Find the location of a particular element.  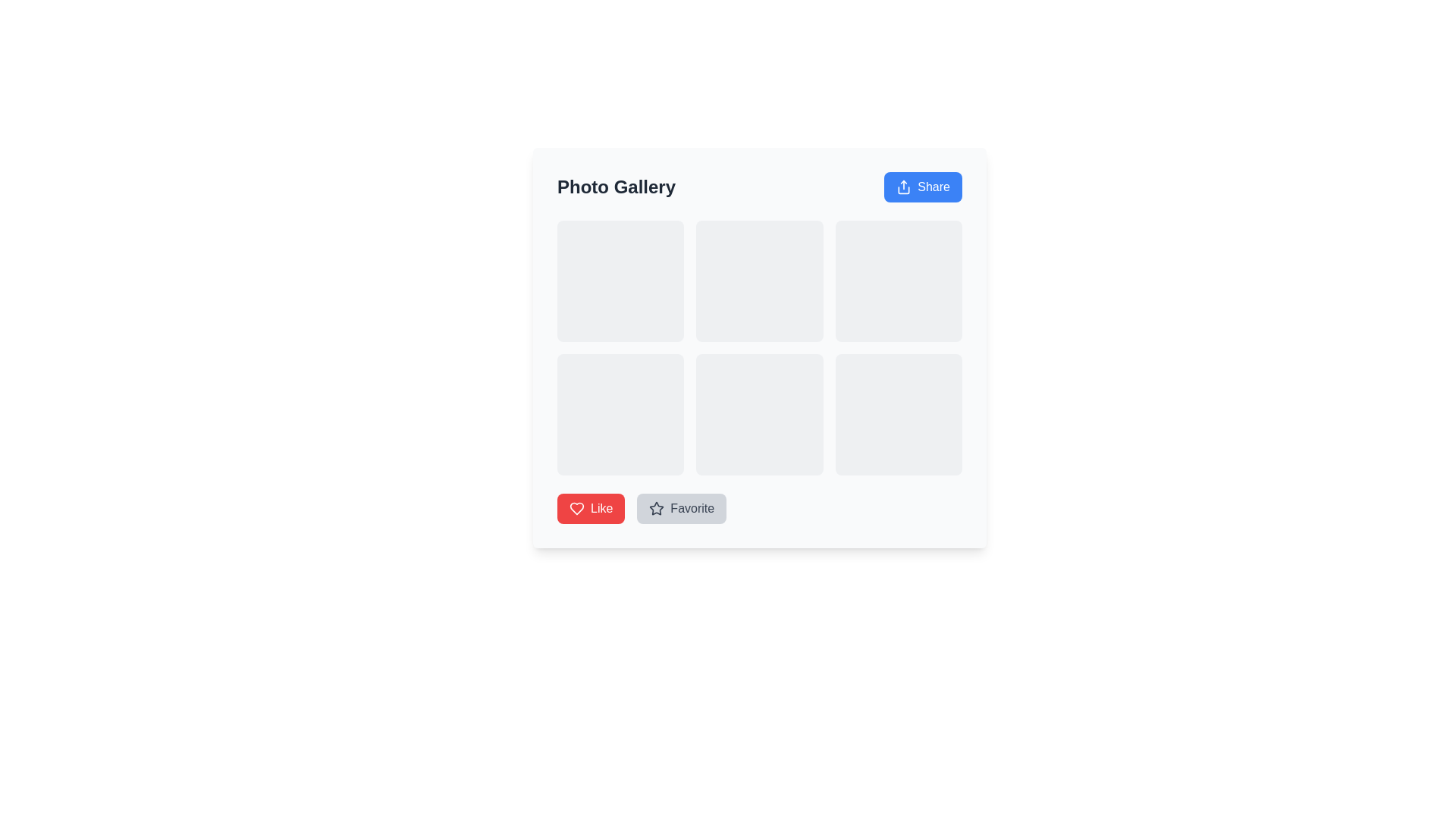

the star-shaped icon located within the 'Favorite' button, which is positioned towards the lower-right corner of the interface next to the 'Like' button is located at coordinates (657, 509).